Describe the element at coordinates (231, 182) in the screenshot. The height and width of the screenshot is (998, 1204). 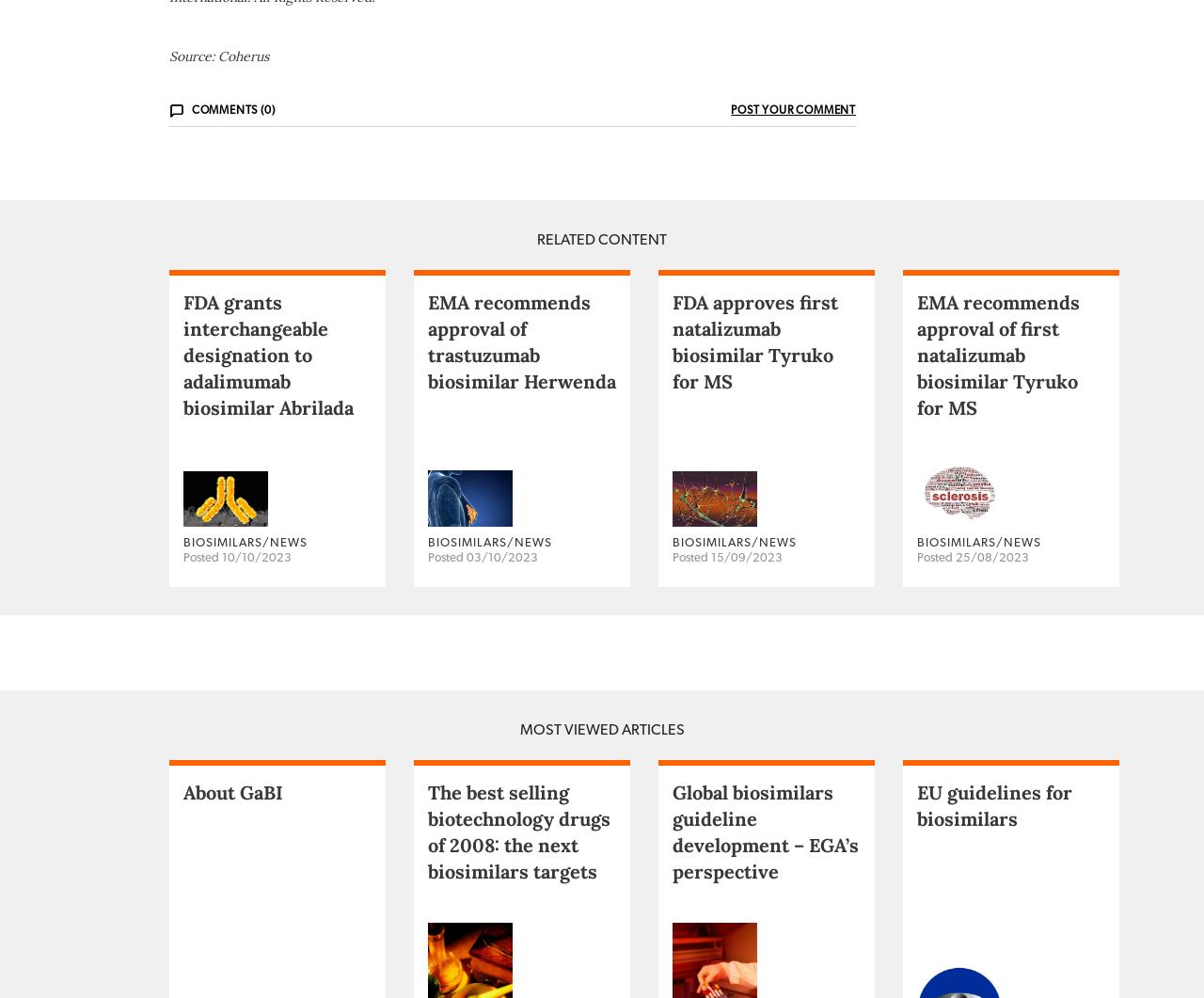
I see `'Comments (0)'` at that location.